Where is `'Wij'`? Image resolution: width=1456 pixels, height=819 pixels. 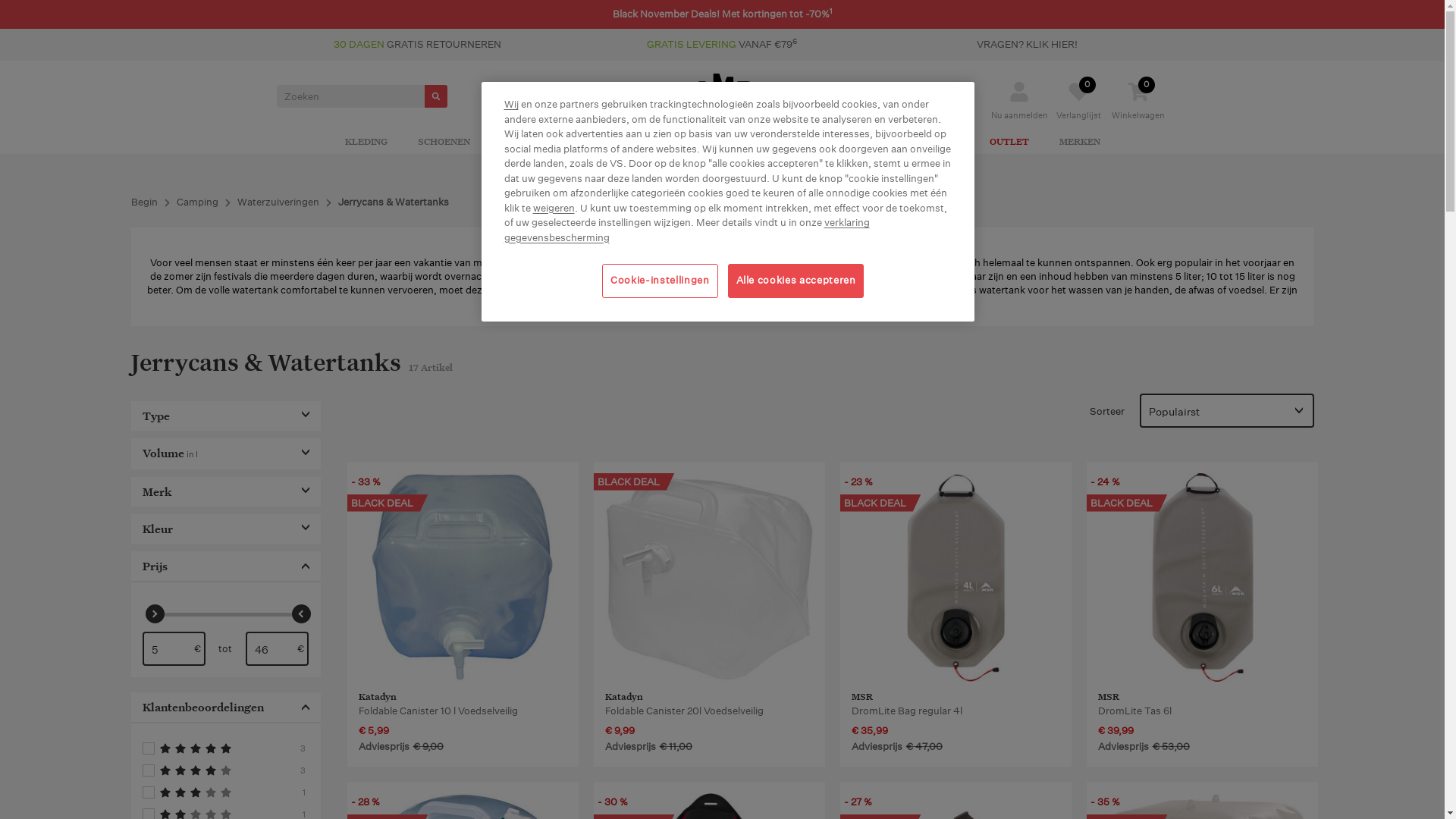
'Wij' is located at coordinates (510, 103).